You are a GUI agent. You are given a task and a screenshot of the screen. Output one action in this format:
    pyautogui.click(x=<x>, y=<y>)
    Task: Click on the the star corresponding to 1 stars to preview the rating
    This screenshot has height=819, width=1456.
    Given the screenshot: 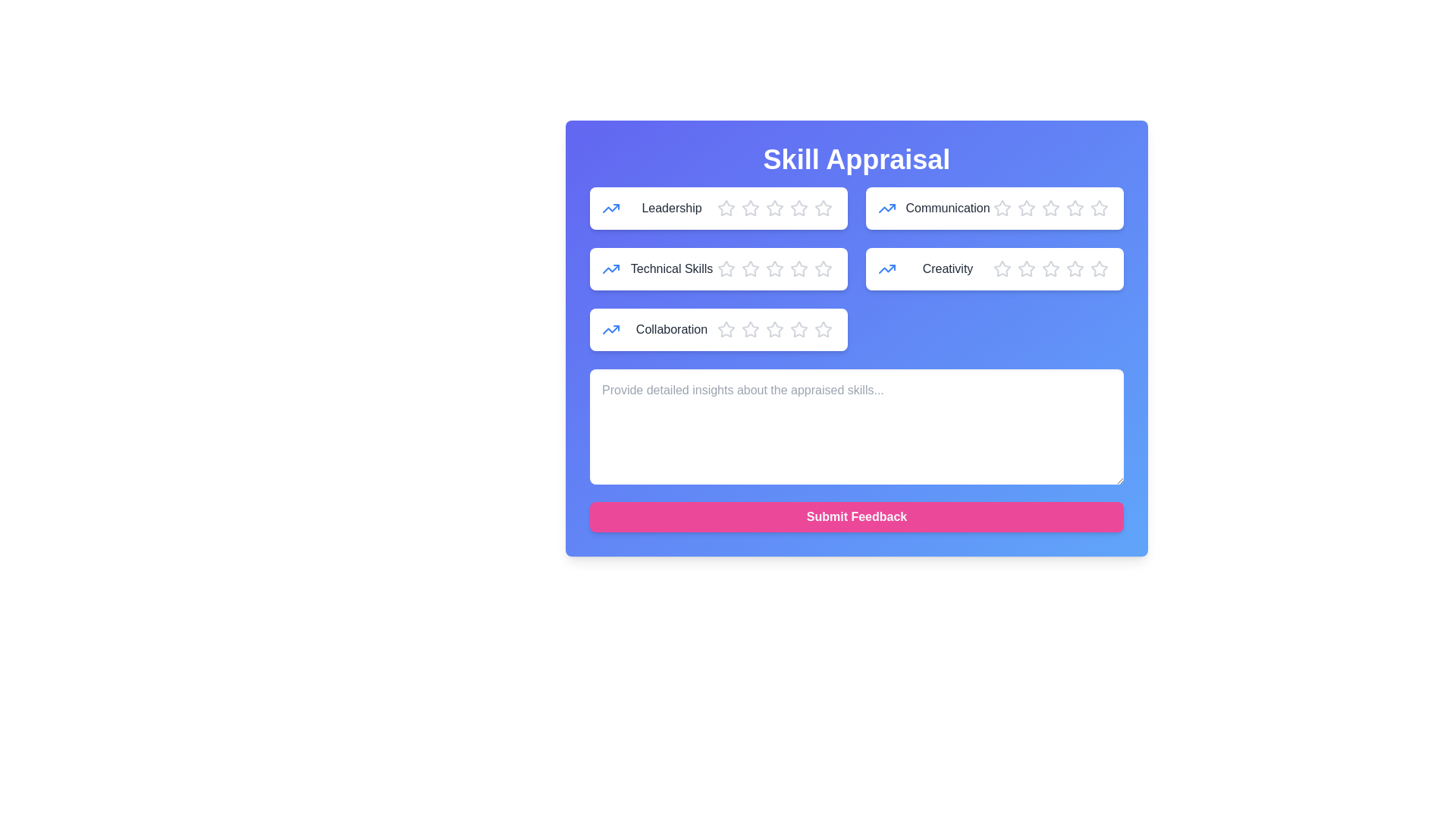 What is the action you would take?
    pyautogui.click(x=726, y=208)
    